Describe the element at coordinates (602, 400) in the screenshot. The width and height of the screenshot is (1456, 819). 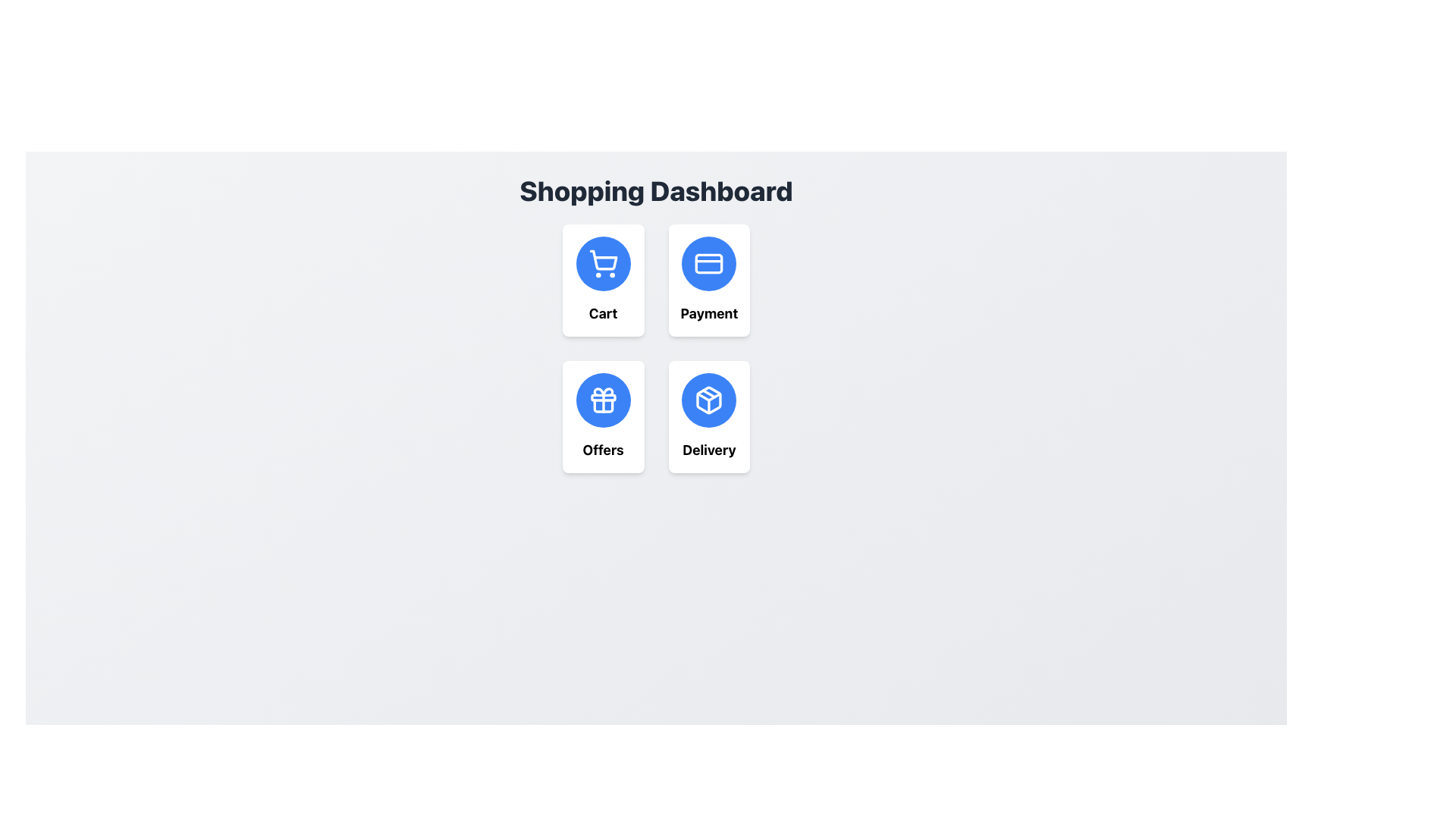
I see `the icon button located in the 'Offers' card at the bottom left of the grid` at that location.